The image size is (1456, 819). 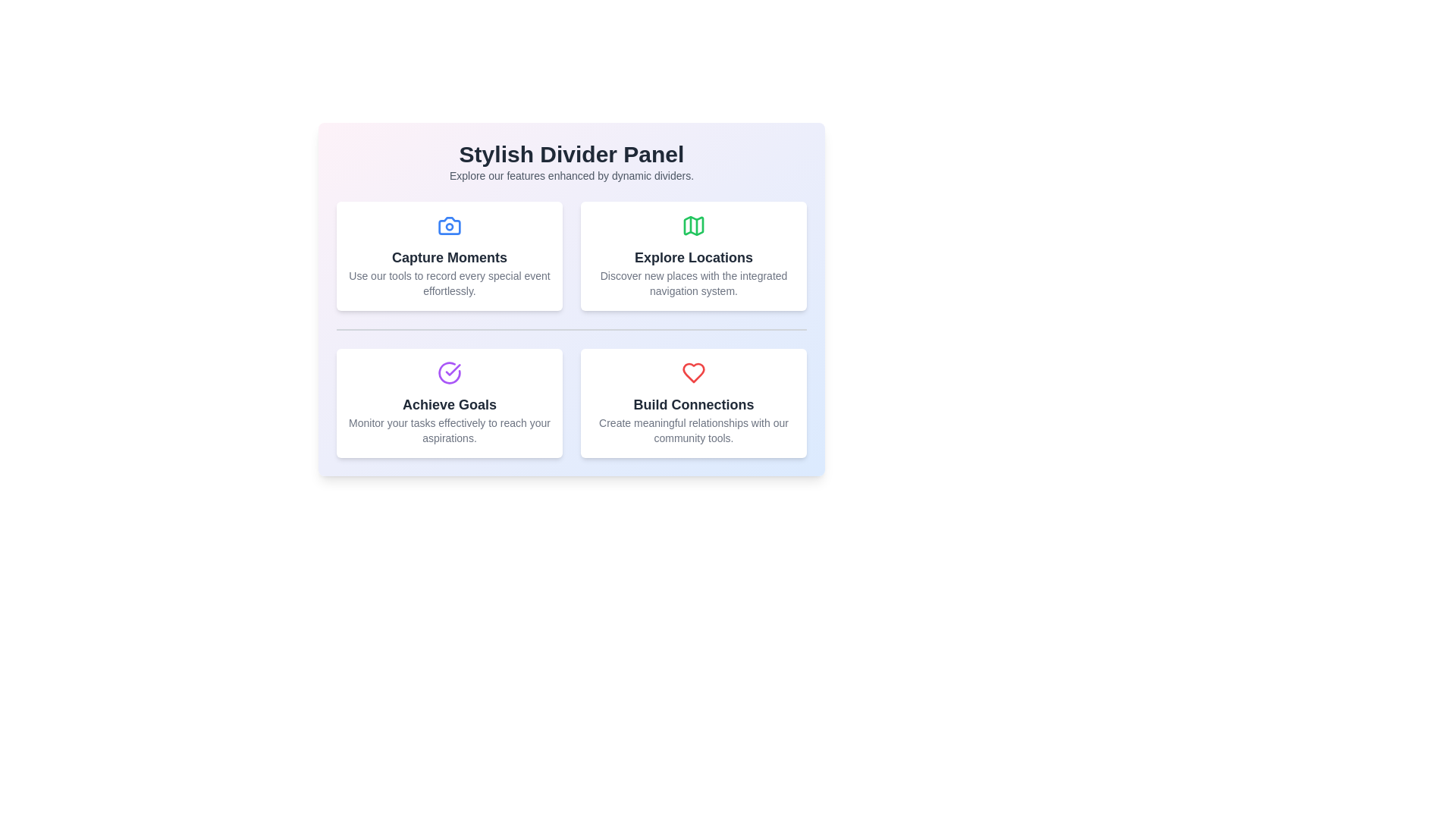 I want to click on the heart-shaped icon outlined in red, located above the text 'Build Connections' in the fourth card of the grid, so click(x=693, y=373).